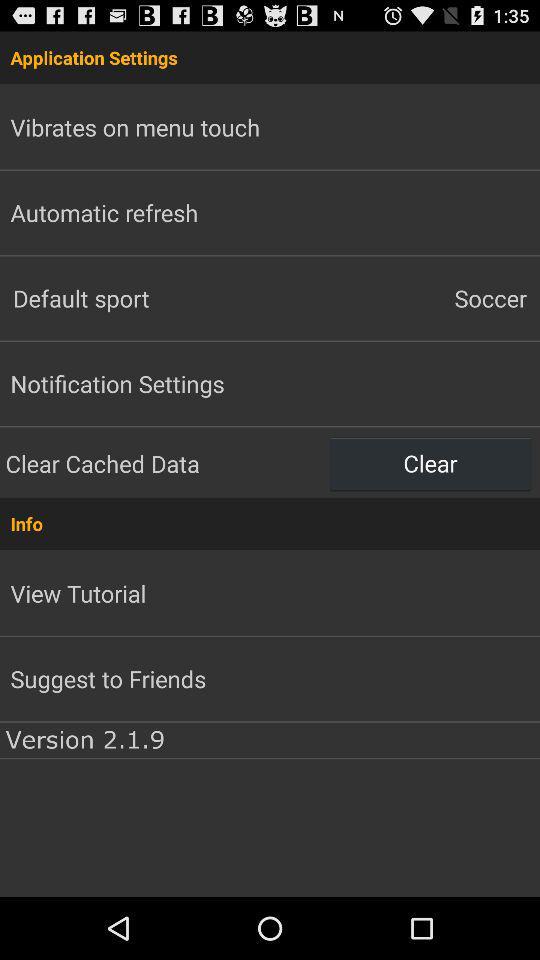  I want to click on the suggest to friends icon, so click(108, 678).